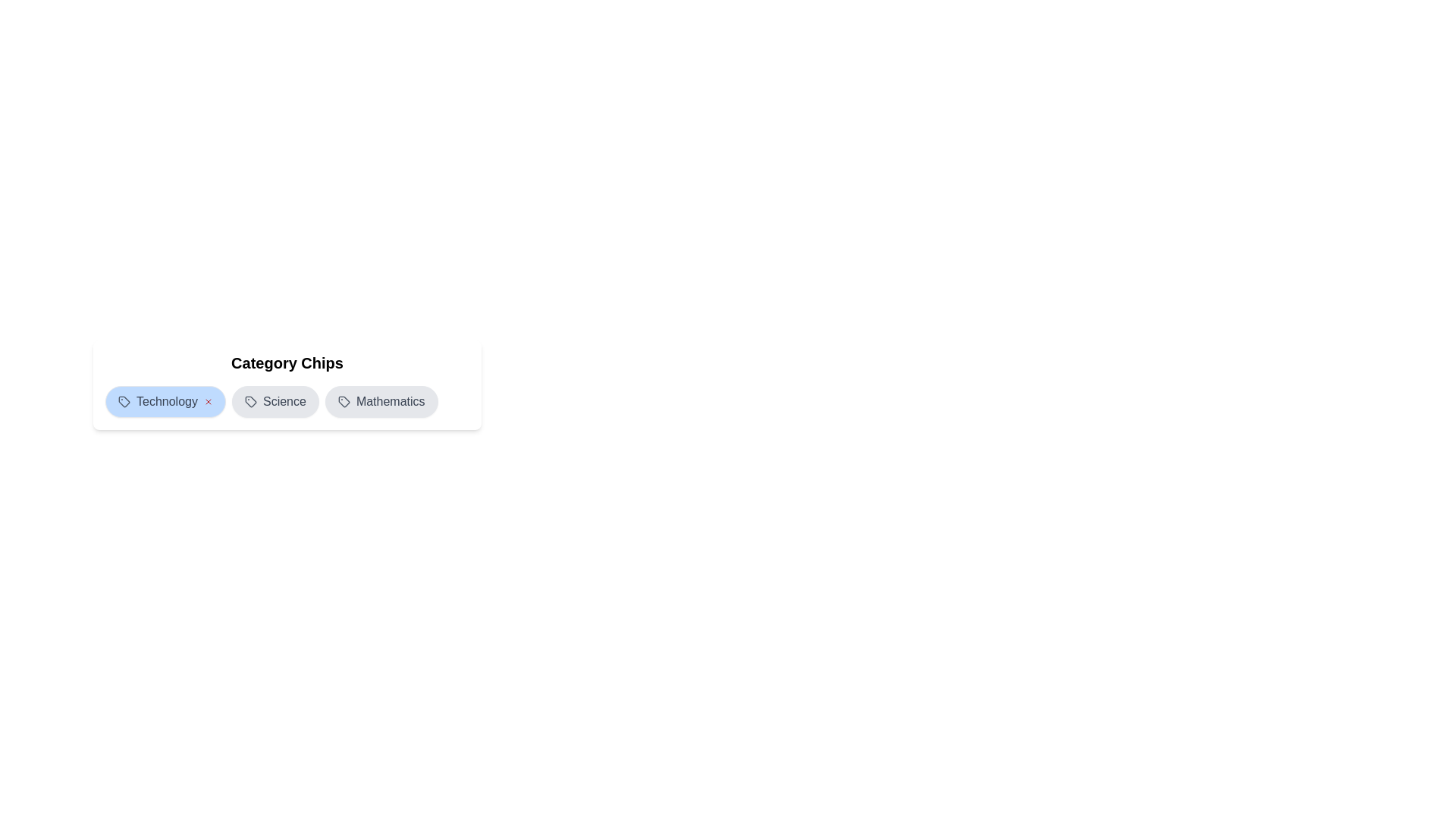 The image size is (1456, 819). I want to click on the close icon of the 'Technology' category to deselect it, so click(207, 400).